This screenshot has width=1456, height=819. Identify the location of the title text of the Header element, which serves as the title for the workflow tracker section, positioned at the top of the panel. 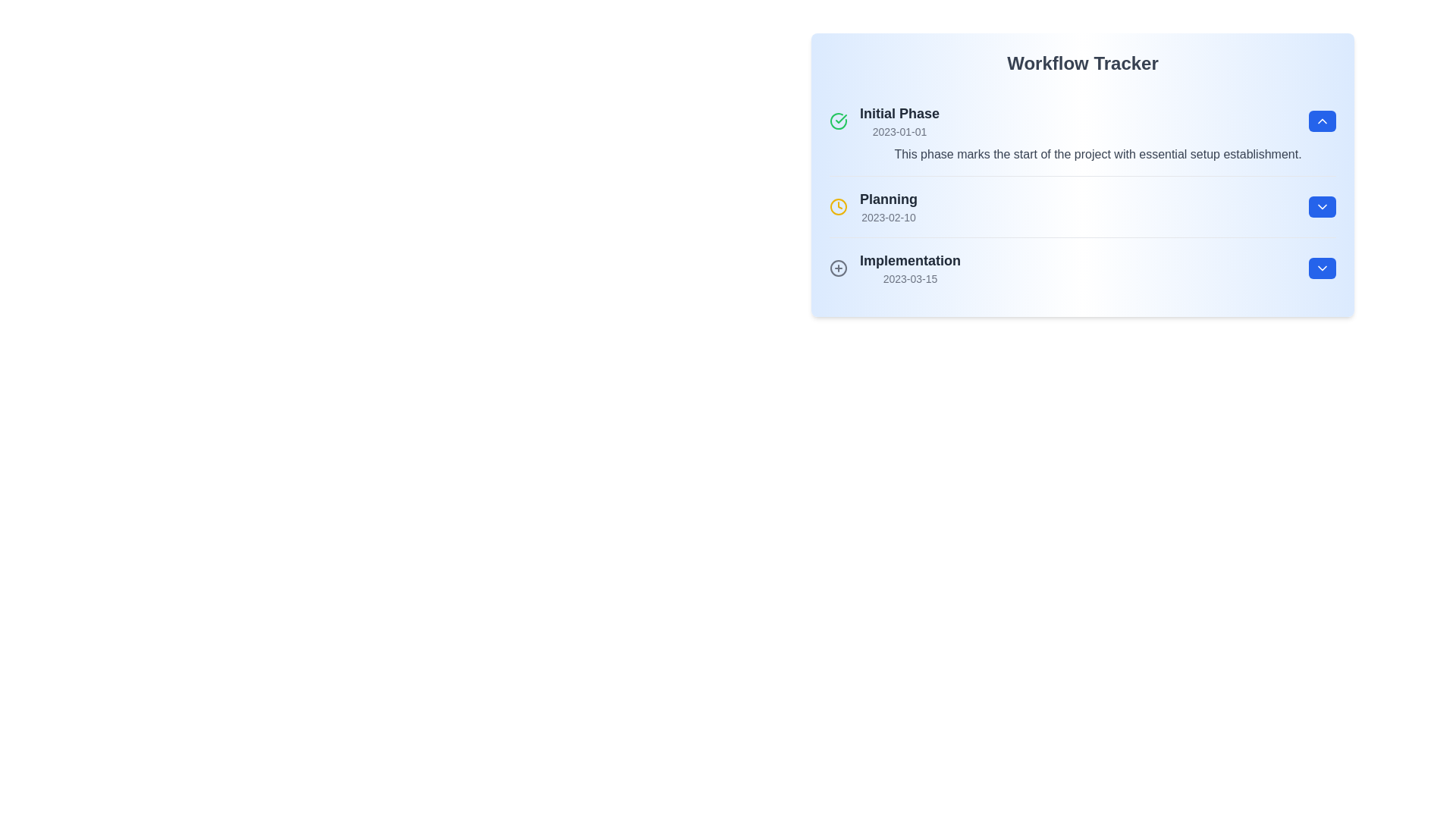
(1082, 63).